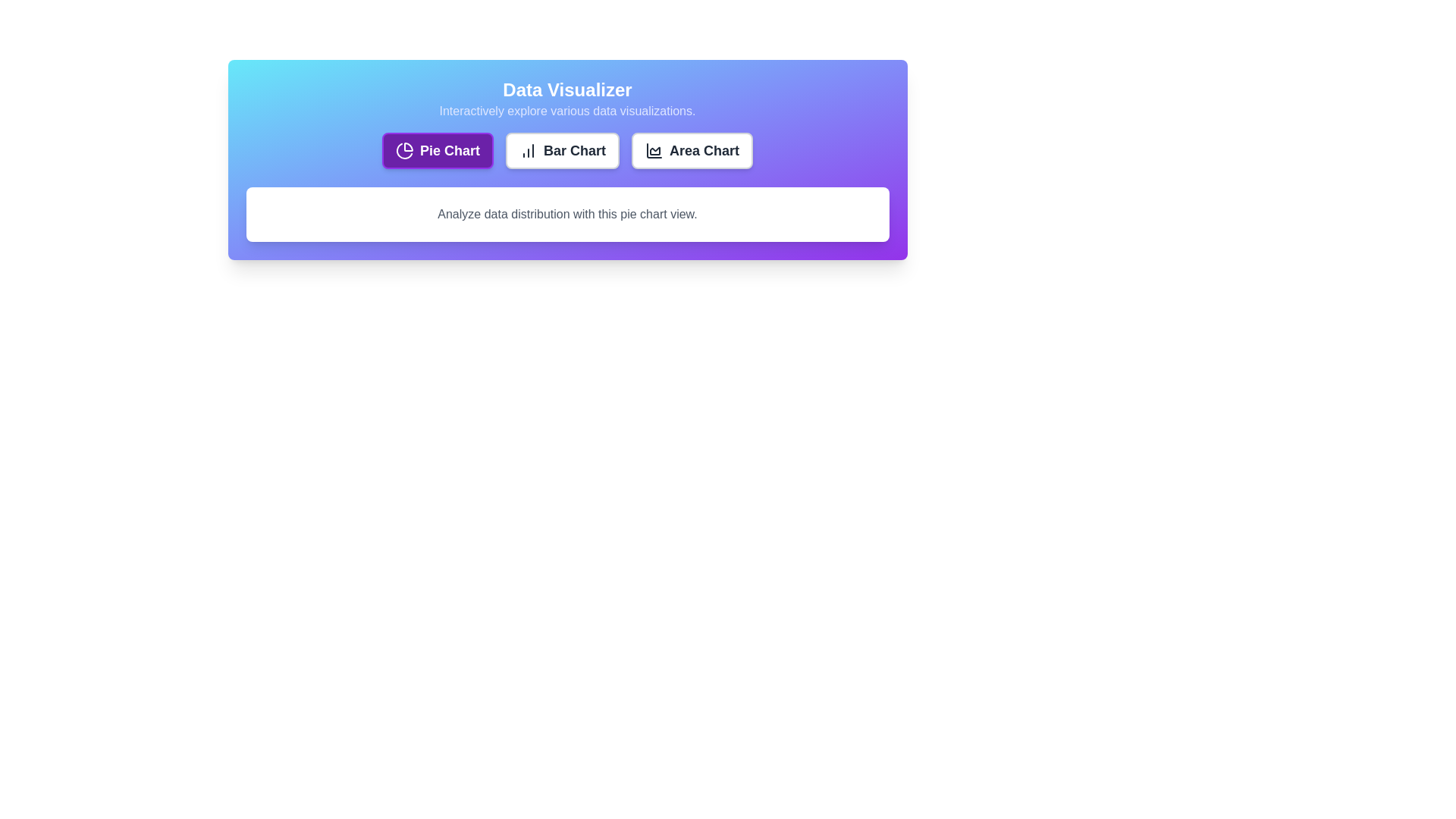 Image resolution: width=1456 pixels, height=819 pixels. I want to click on the button to select the chart type Area Chart, so click(691, 151).